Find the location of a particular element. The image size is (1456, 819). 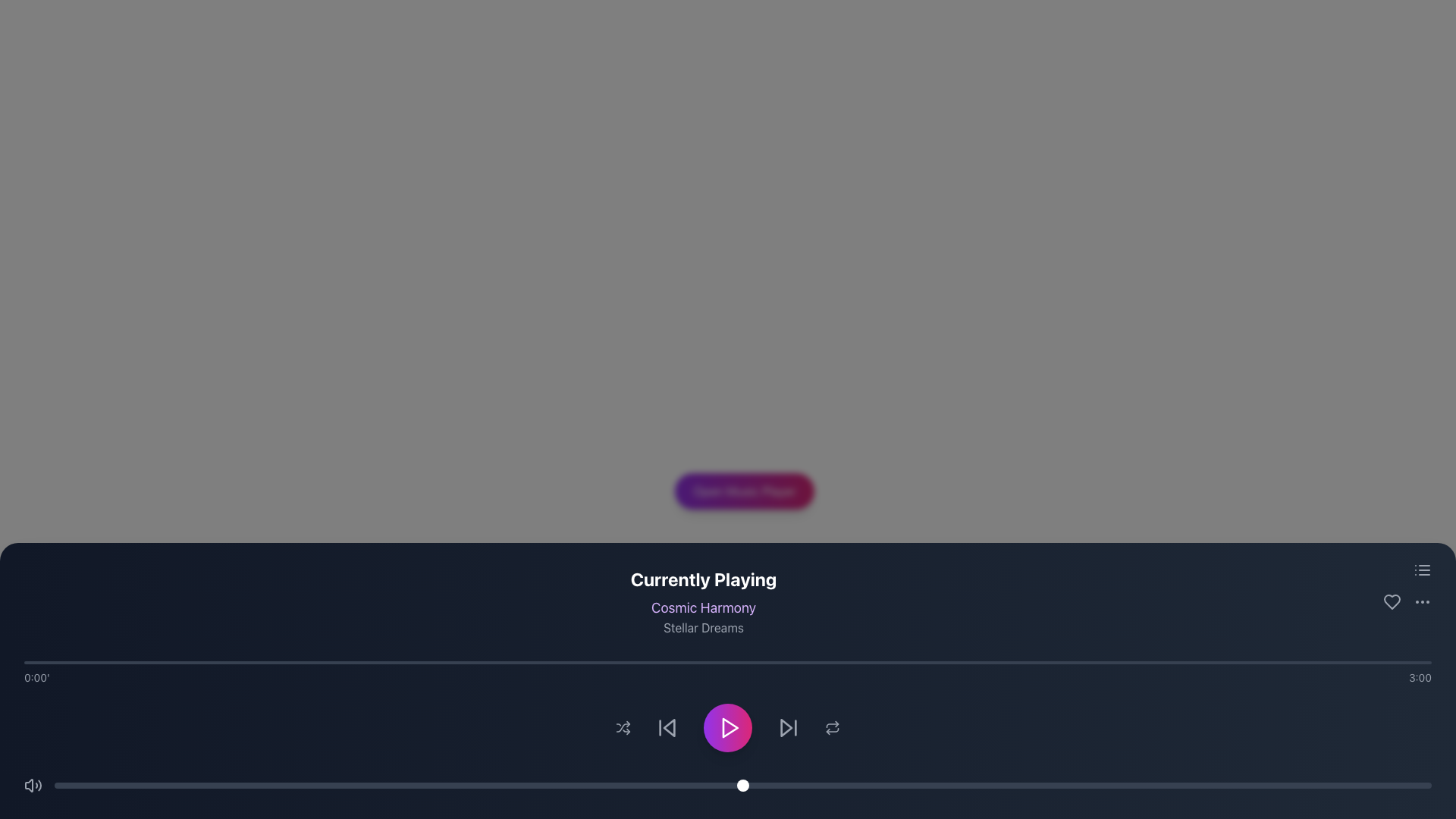

the text element displaying 'Cosmic Harmony' which is centered below the header 'Currently Playing' and above 'Stellar Dreams' is located at coordinates (702, 607).